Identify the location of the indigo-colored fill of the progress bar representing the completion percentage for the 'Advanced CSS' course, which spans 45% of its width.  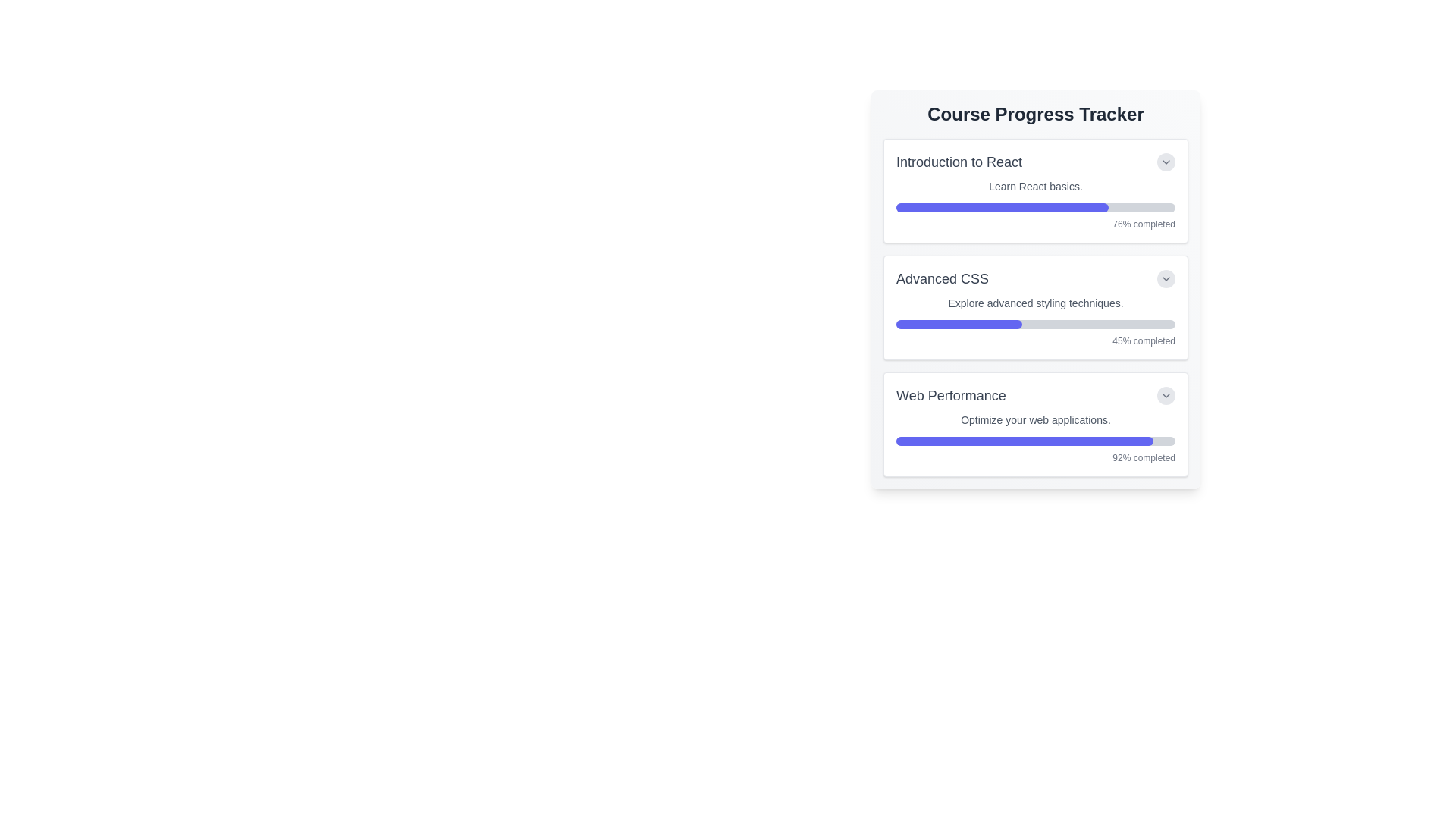
(958, 324).